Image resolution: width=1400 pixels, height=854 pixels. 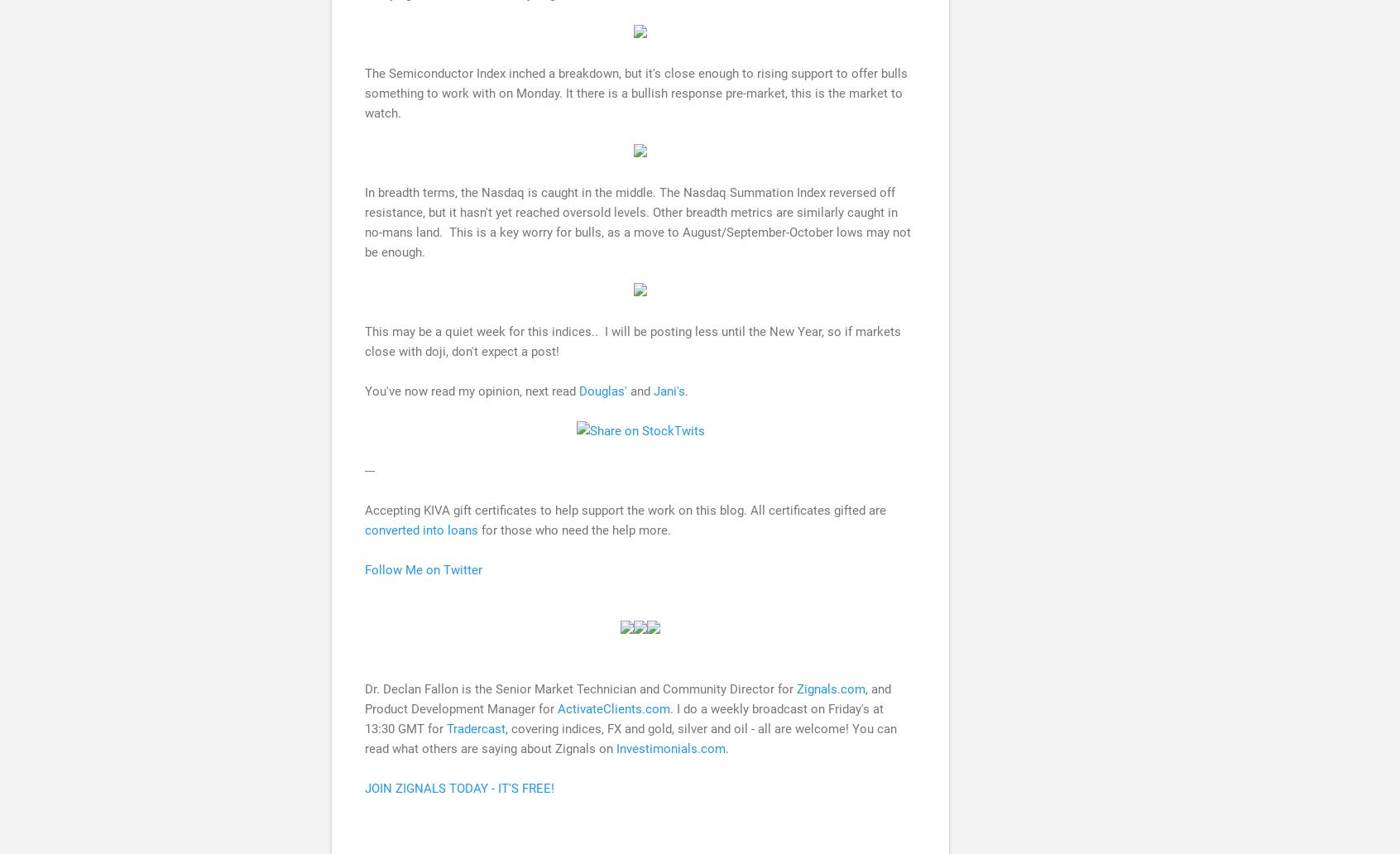 I want to click on 'ActivateClients.com', so click(x=612, y=708).